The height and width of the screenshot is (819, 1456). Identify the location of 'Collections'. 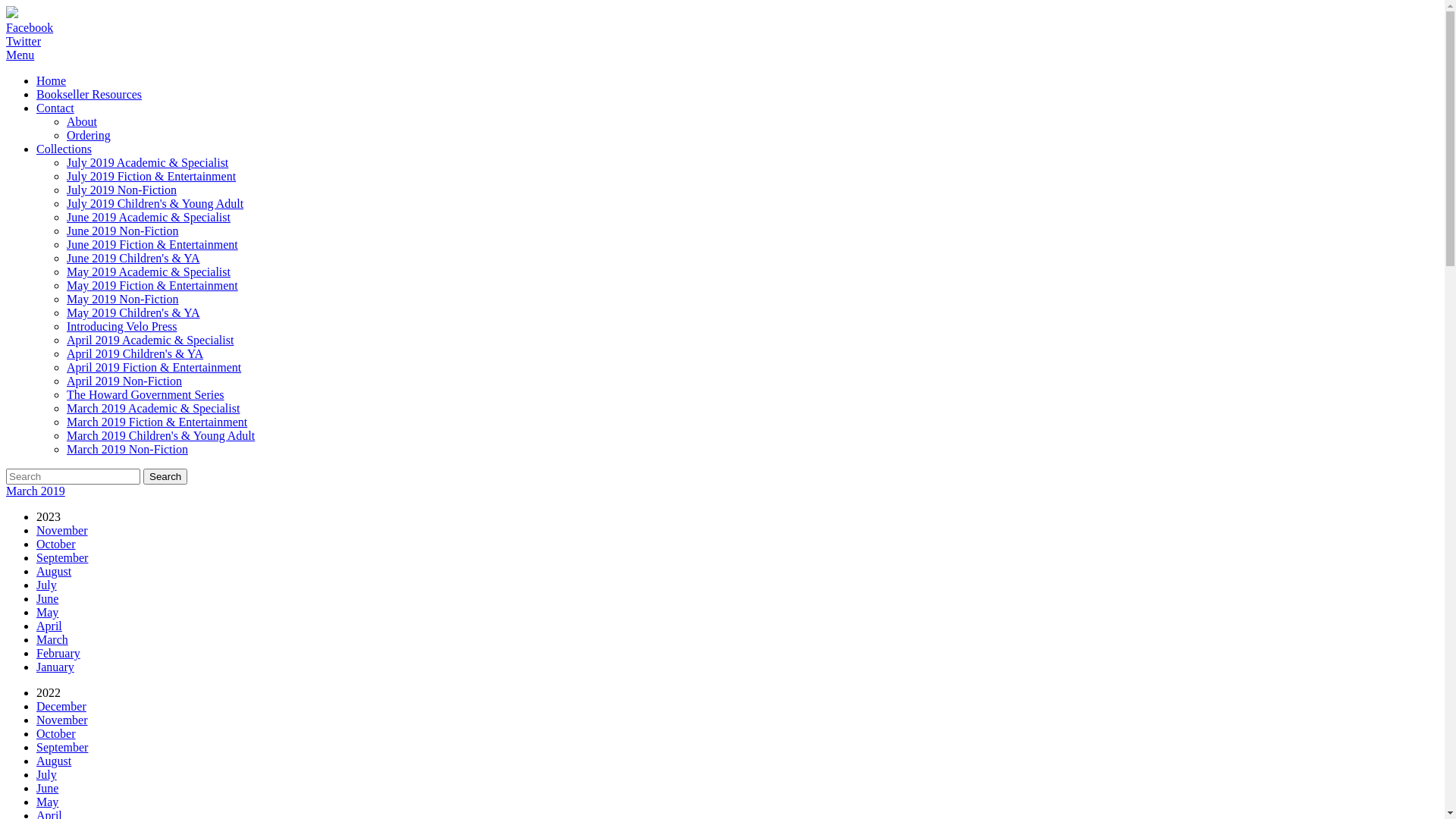
(63, 149).